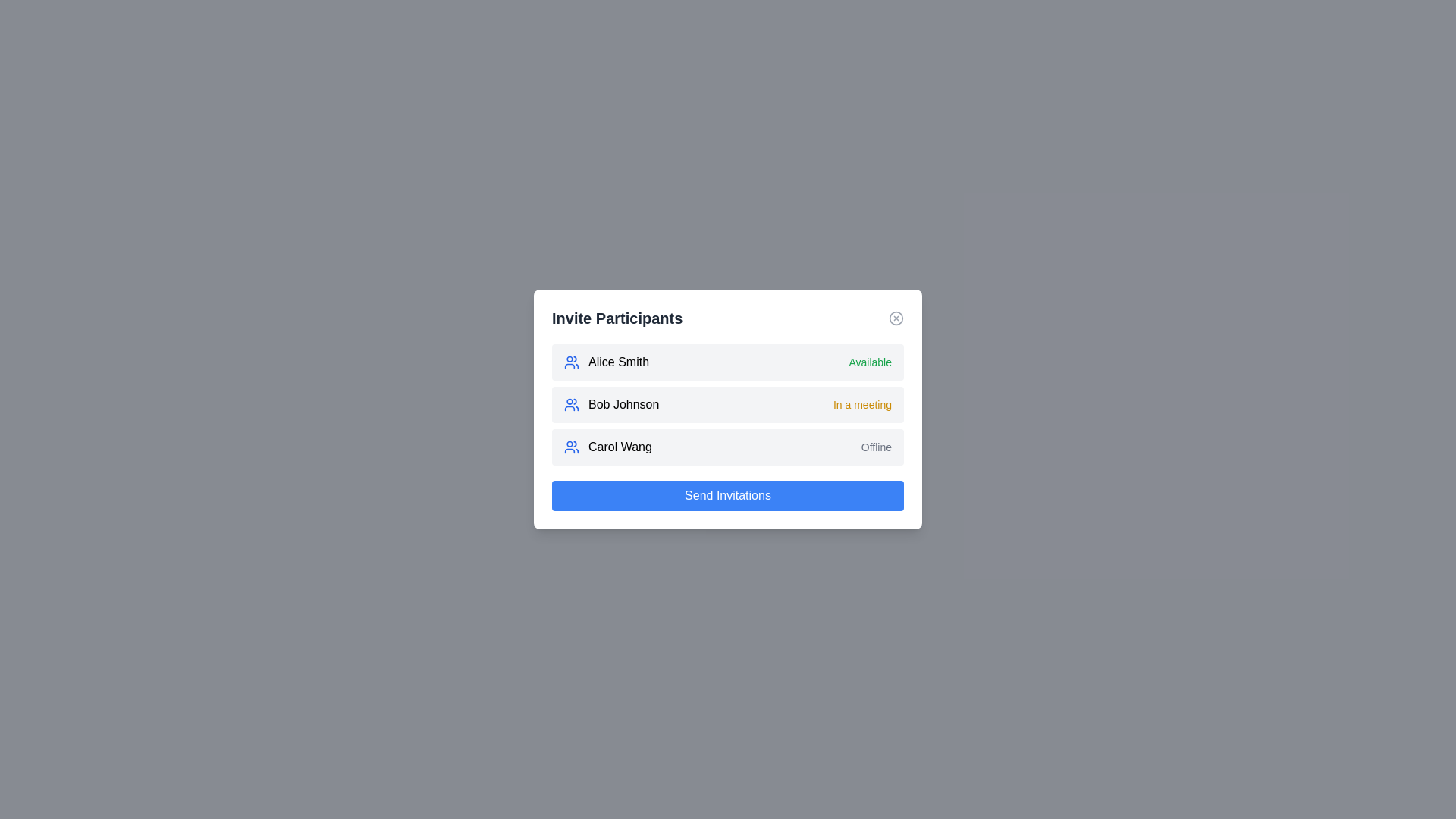 This screenshot has width=1456, height=819. I want to click on close button in the top-right corner of the dialog to close it, so click(896, 318).